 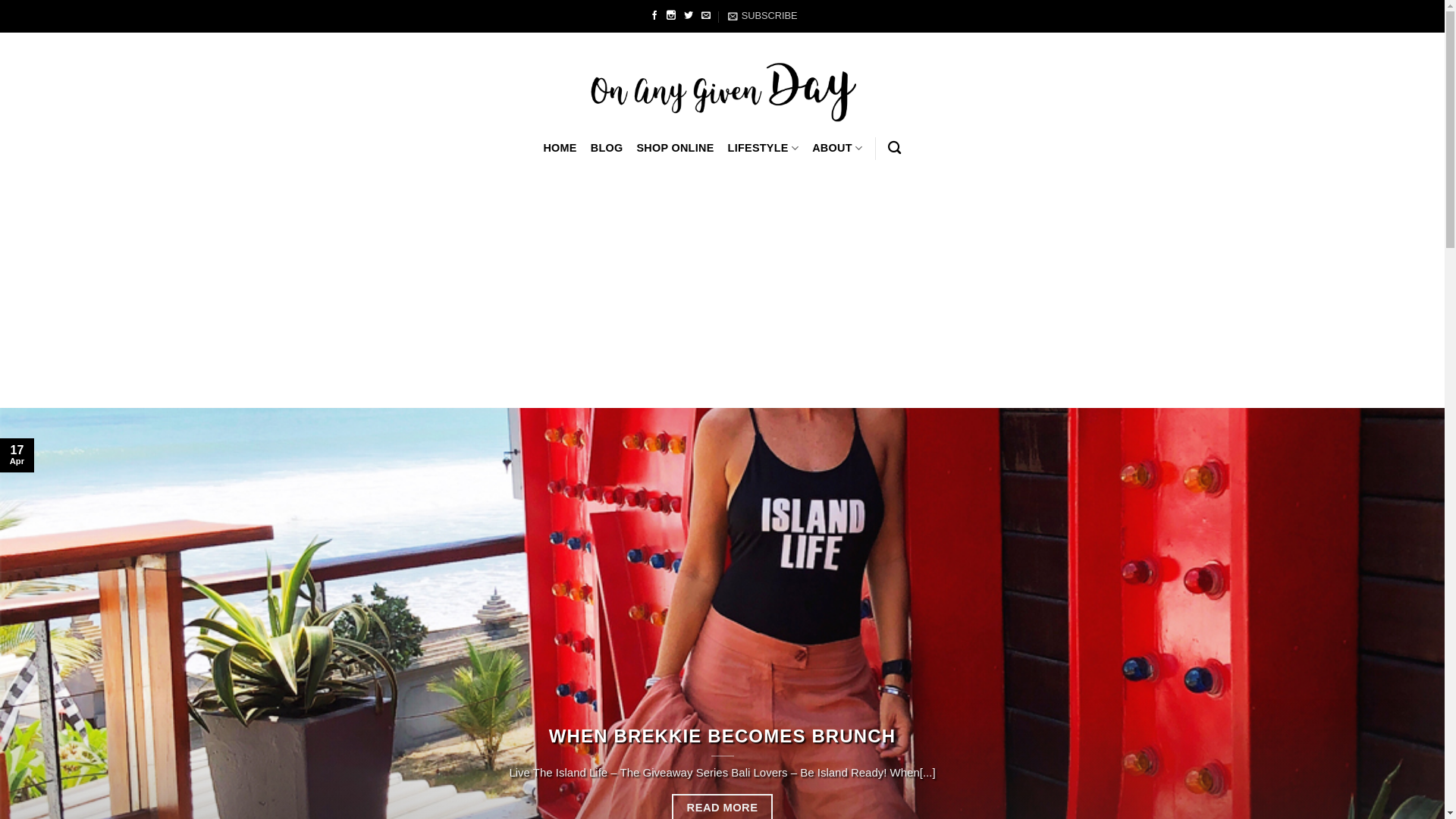 What do you see at coordinates (764, 148) in the screenshot?
I see `'LIFESTYLE'` at bounding box center [764, 148].